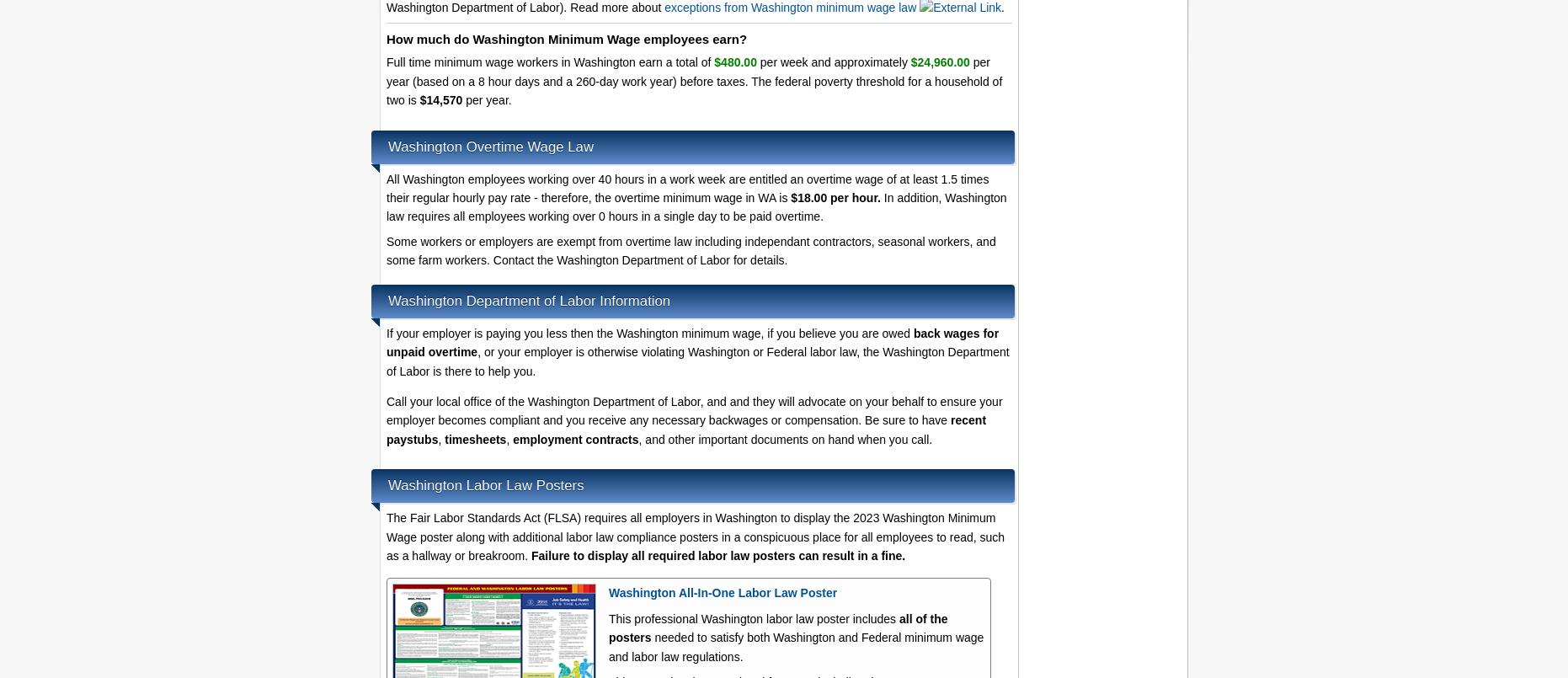  I want to click on 'back wages for unpaid overtime', so click(385, 341).